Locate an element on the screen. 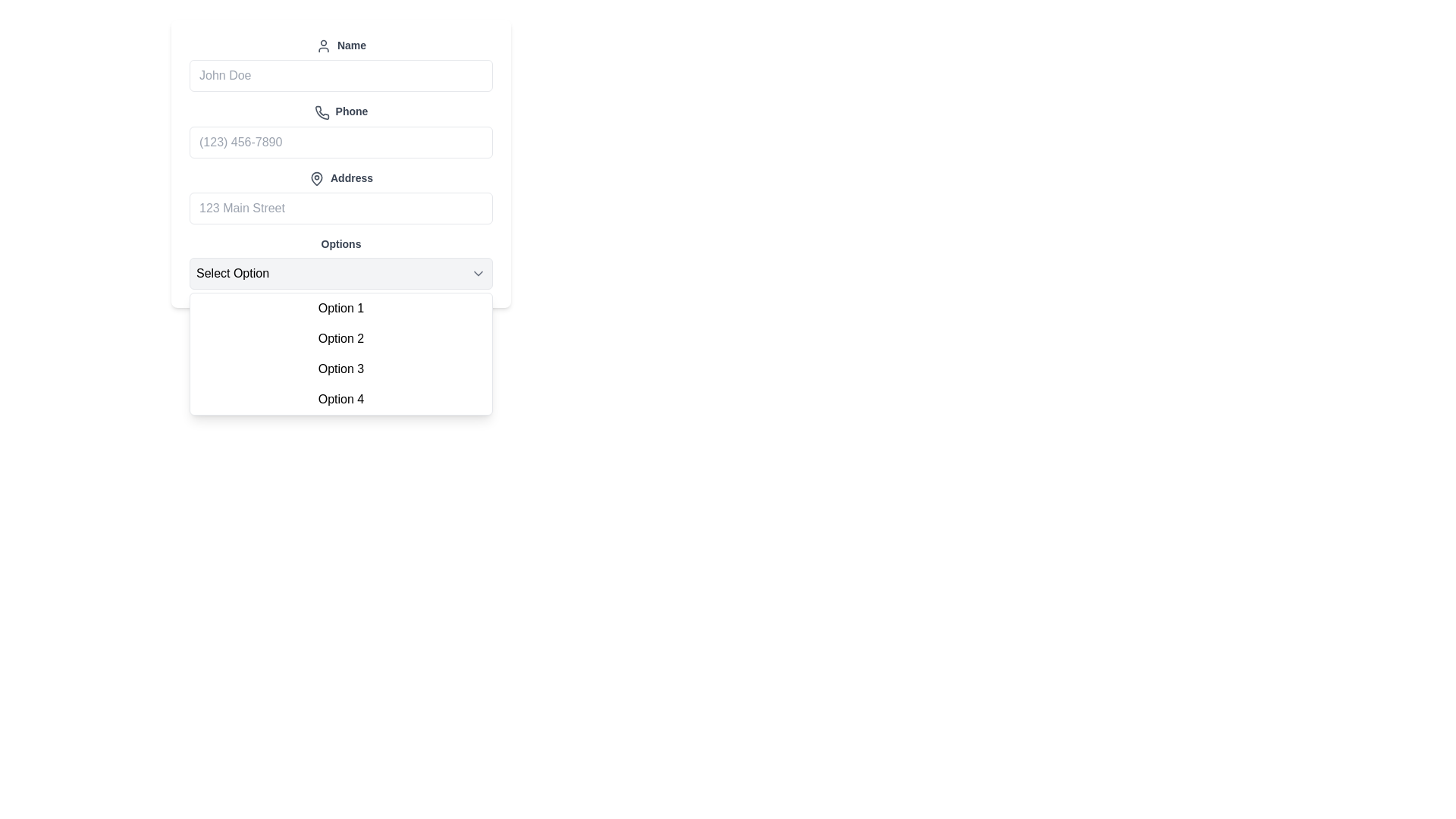 This screenshot has width=1456, height=819. the user icon styled as an outline drawing of a circular head above a semi-circular torso, located to the left of the label 'Name' at the top of the form is located at coordinates (323, 45).